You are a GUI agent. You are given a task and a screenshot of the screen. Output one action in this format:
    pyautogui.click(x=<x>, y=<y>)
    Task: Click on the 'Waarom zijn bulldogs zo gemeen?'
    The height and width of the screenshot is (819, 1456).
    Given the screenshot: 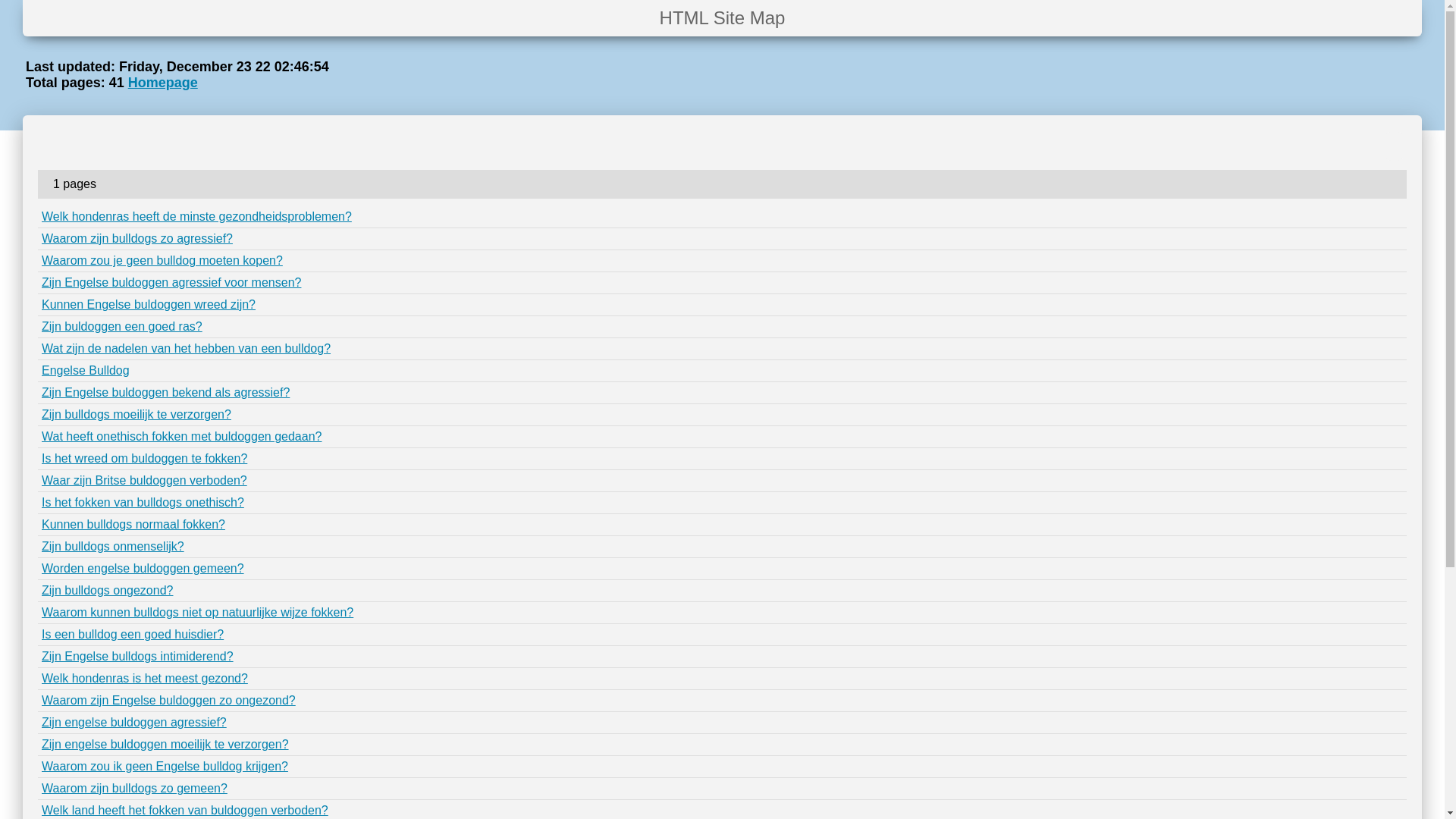 What is the action you would take?
    pyautogui.click(x=134, y=787)
    